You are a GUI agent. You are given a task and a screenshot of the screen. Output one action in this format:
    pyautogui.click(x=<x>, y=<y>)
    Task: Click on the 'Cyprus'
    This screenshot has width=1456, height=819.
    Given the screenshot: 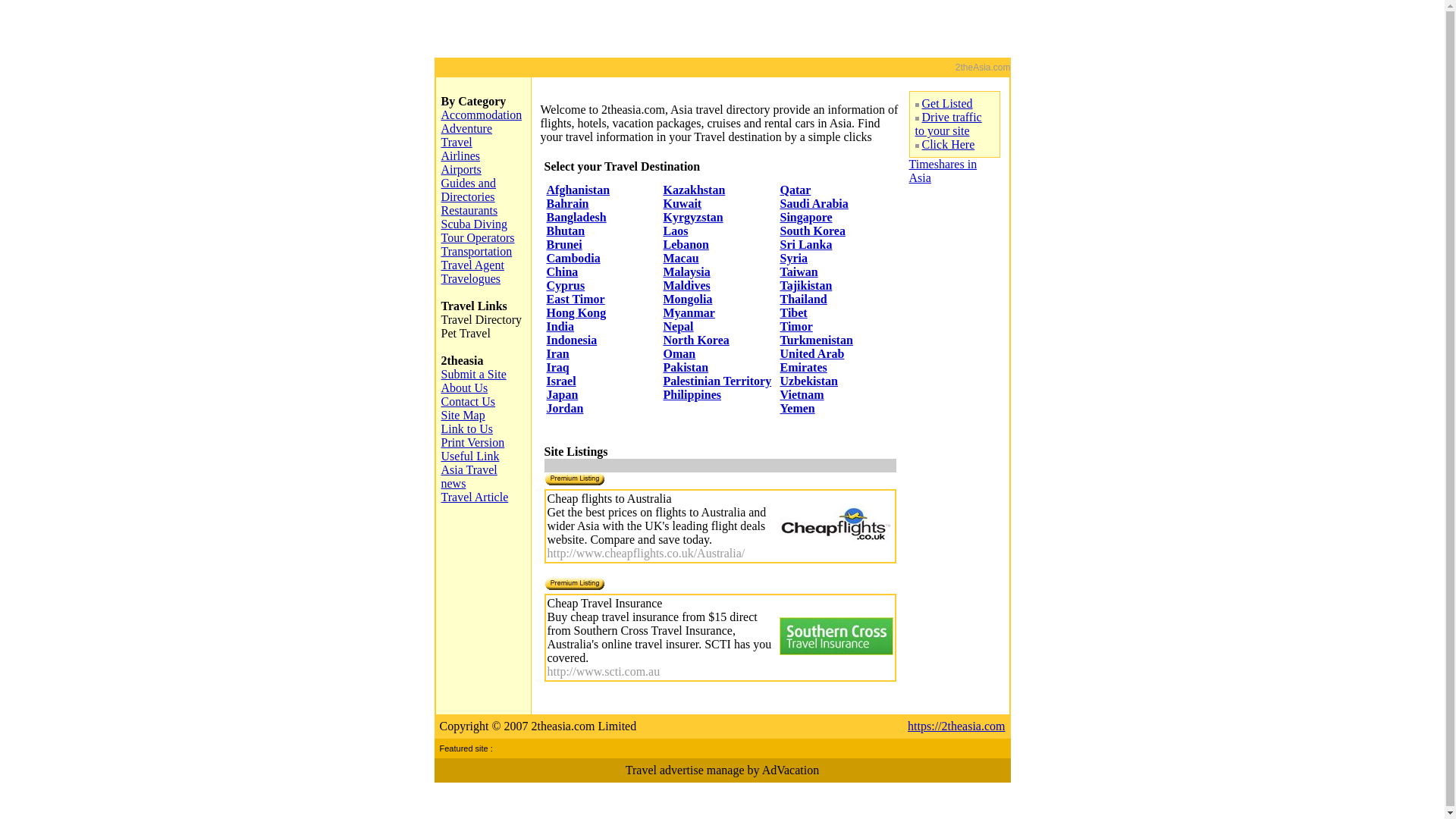 What is the action you would take?
    pyautogui.click(x=546, y=285)
    